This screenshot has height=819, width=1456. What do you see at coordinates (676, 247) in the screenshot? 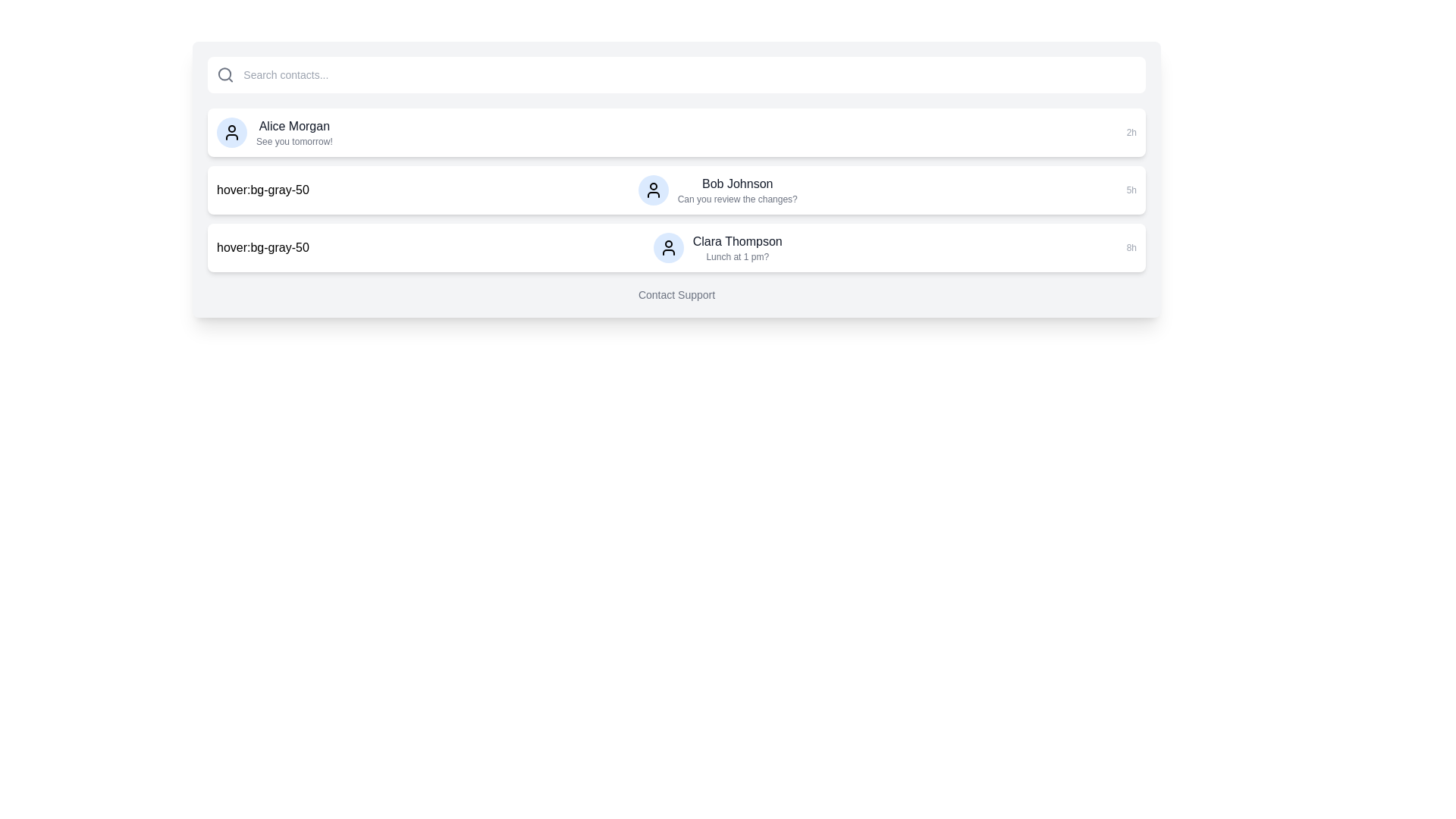
I see `the third contact card in the vertical list` at bounding box center [676, 247].